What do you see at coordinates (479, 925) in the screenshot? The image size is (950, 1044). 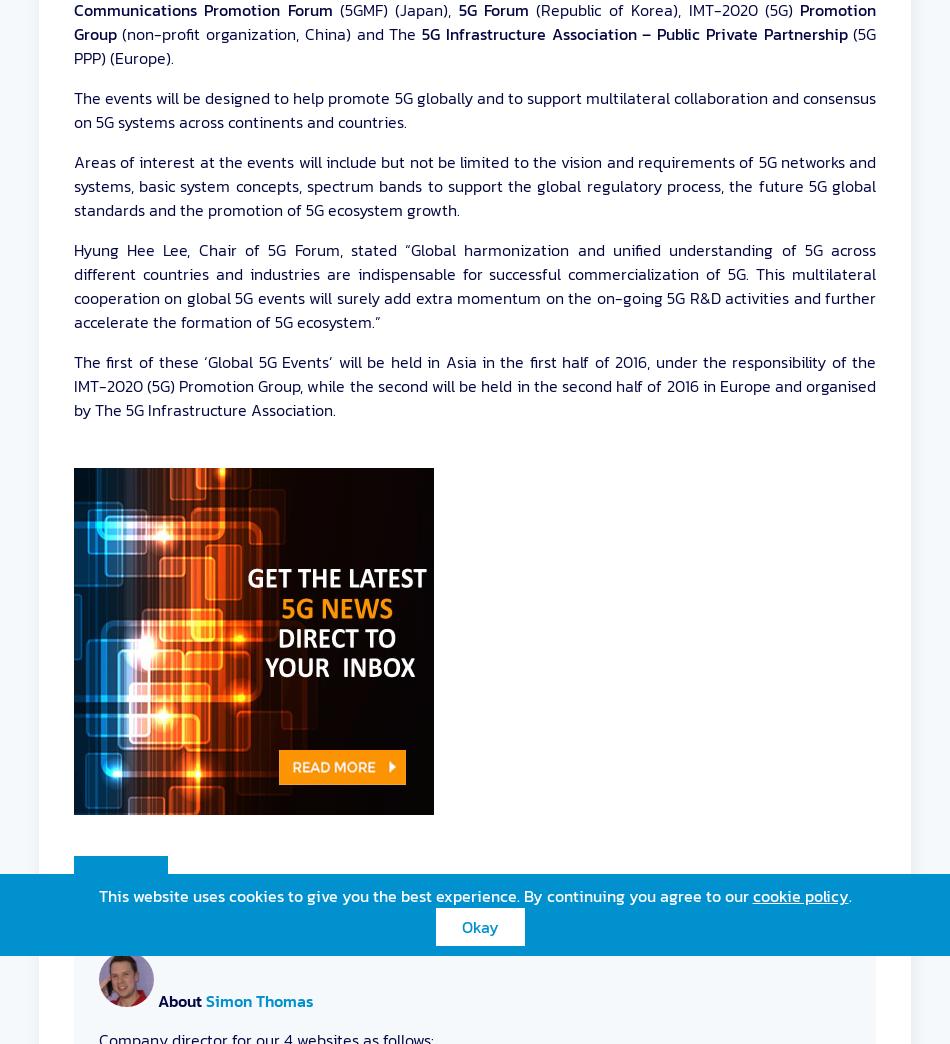 I see `'Okay'` at bounding box center [479, 925].